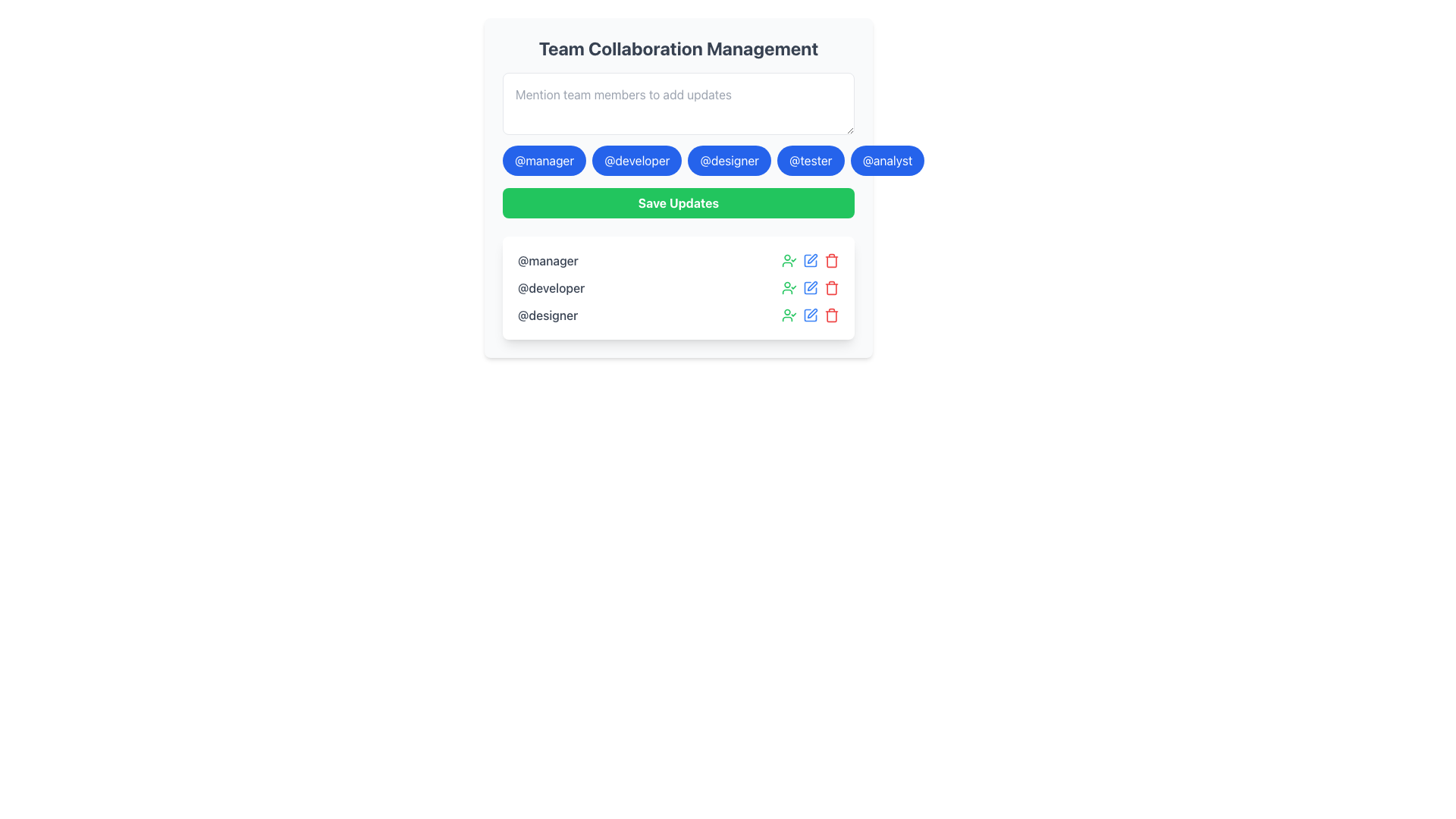 The height and width of the screenshot is (819, 1456). I want to click on the pen icon next to the text '@developer' to initiate an edit action, so click(811, 286).